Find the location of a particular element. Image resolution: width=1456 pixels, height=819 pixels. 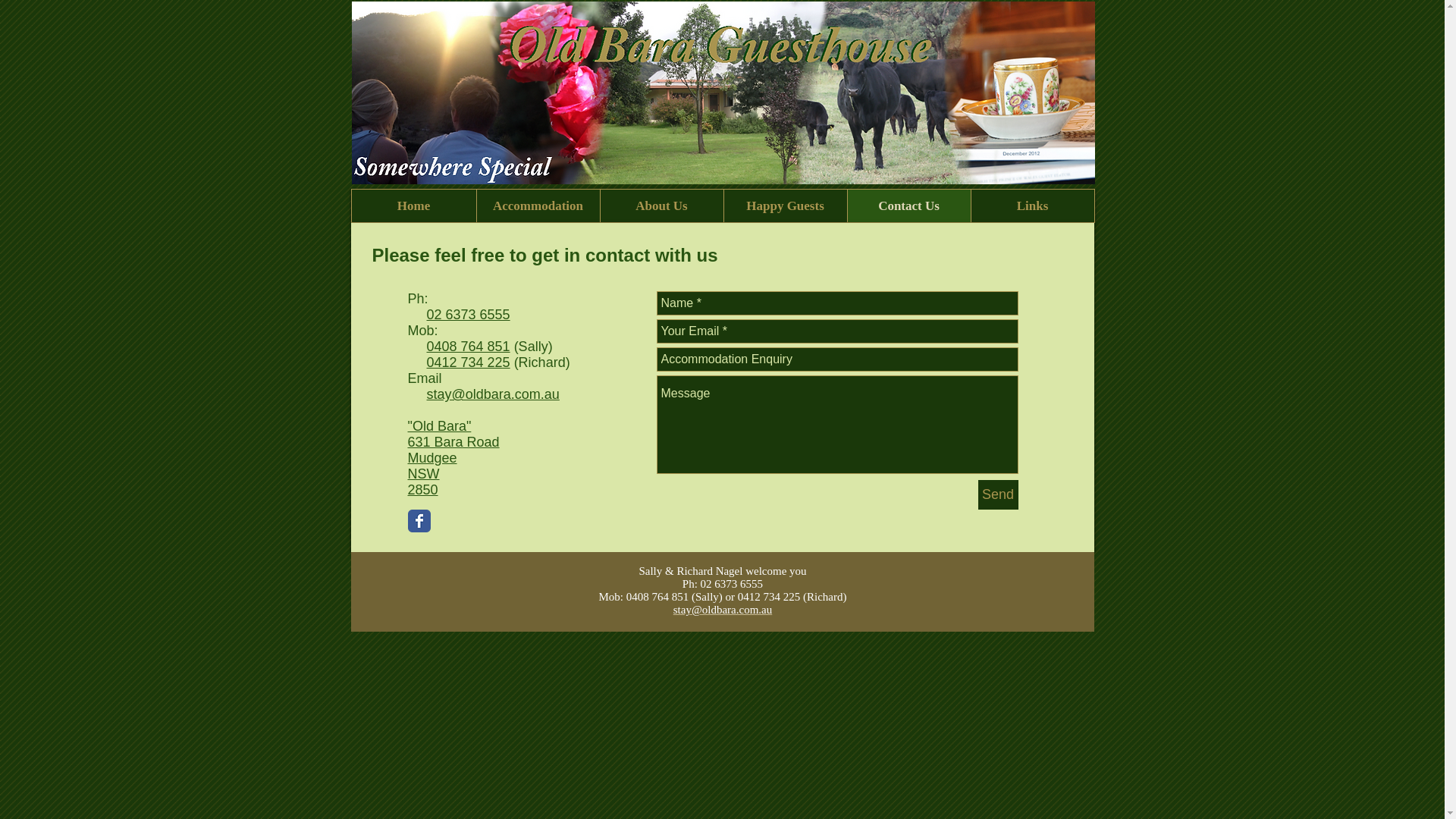

'Mudgee' is located at coordinates (431, 457).